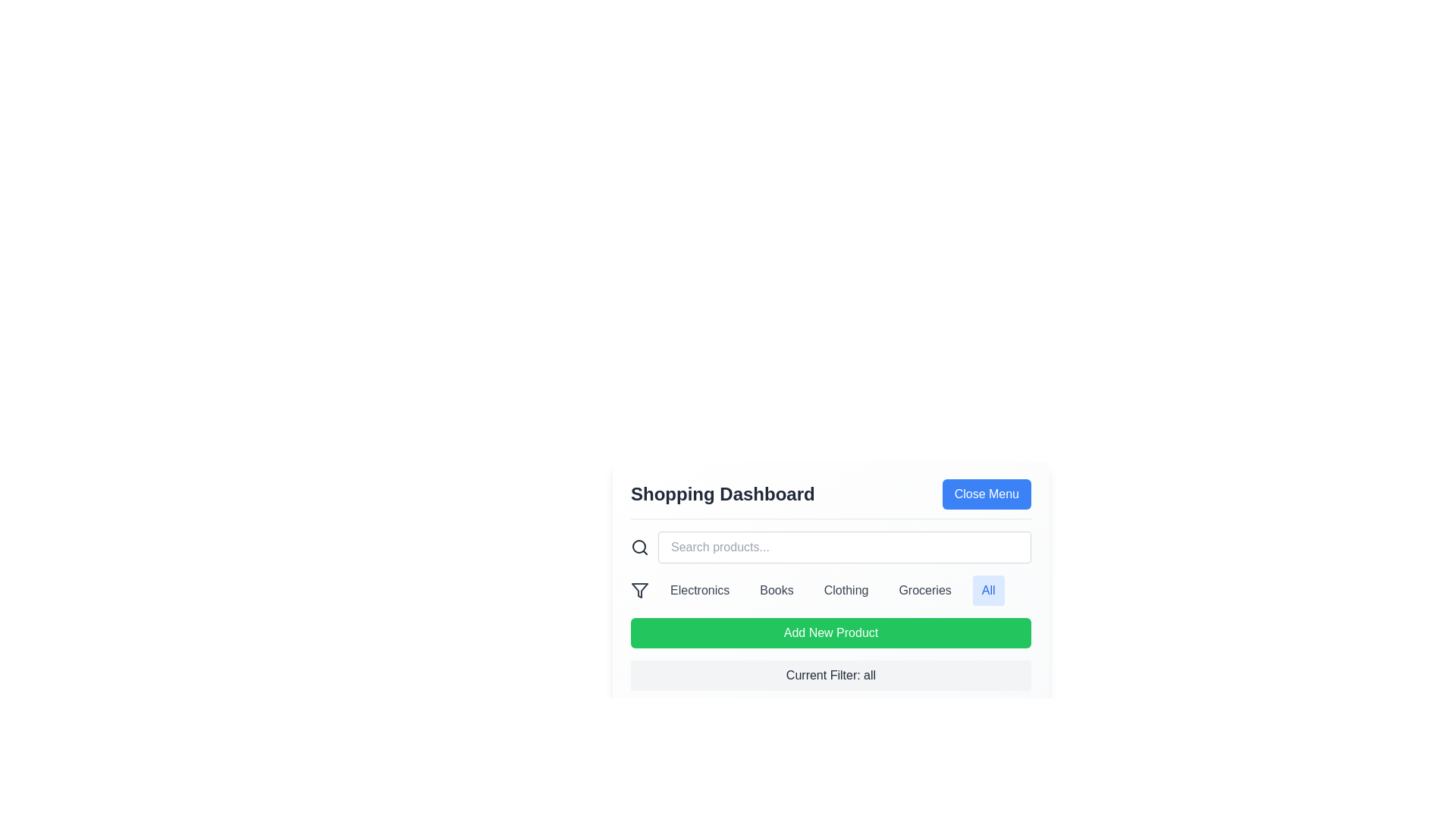 This screenshot has height=819, width=1456. I want to click on the monochromatic filter icon resembling an inverted triangle funnel, located at the leftmost side of the horizontal navigation bar before the 'Electronics' button, so click(640, 590).